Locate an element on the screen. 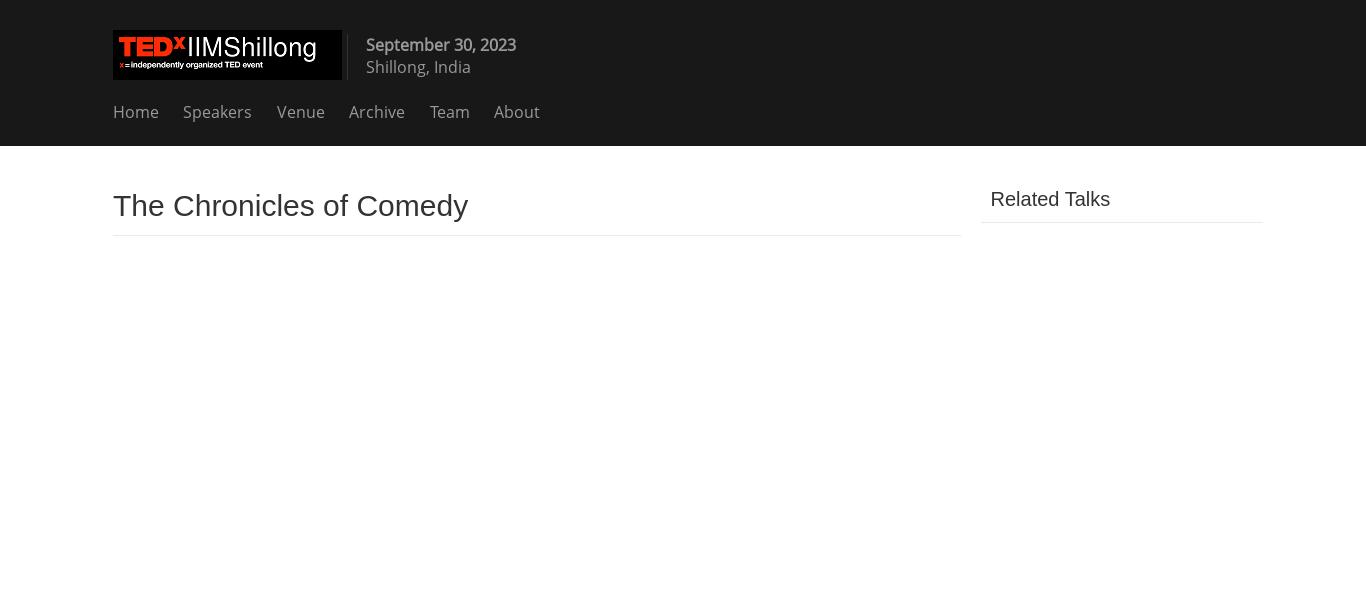 The width and height of the screenshot is (1366, 607). 'Shillong, India' is located at coordinates (417, 66).